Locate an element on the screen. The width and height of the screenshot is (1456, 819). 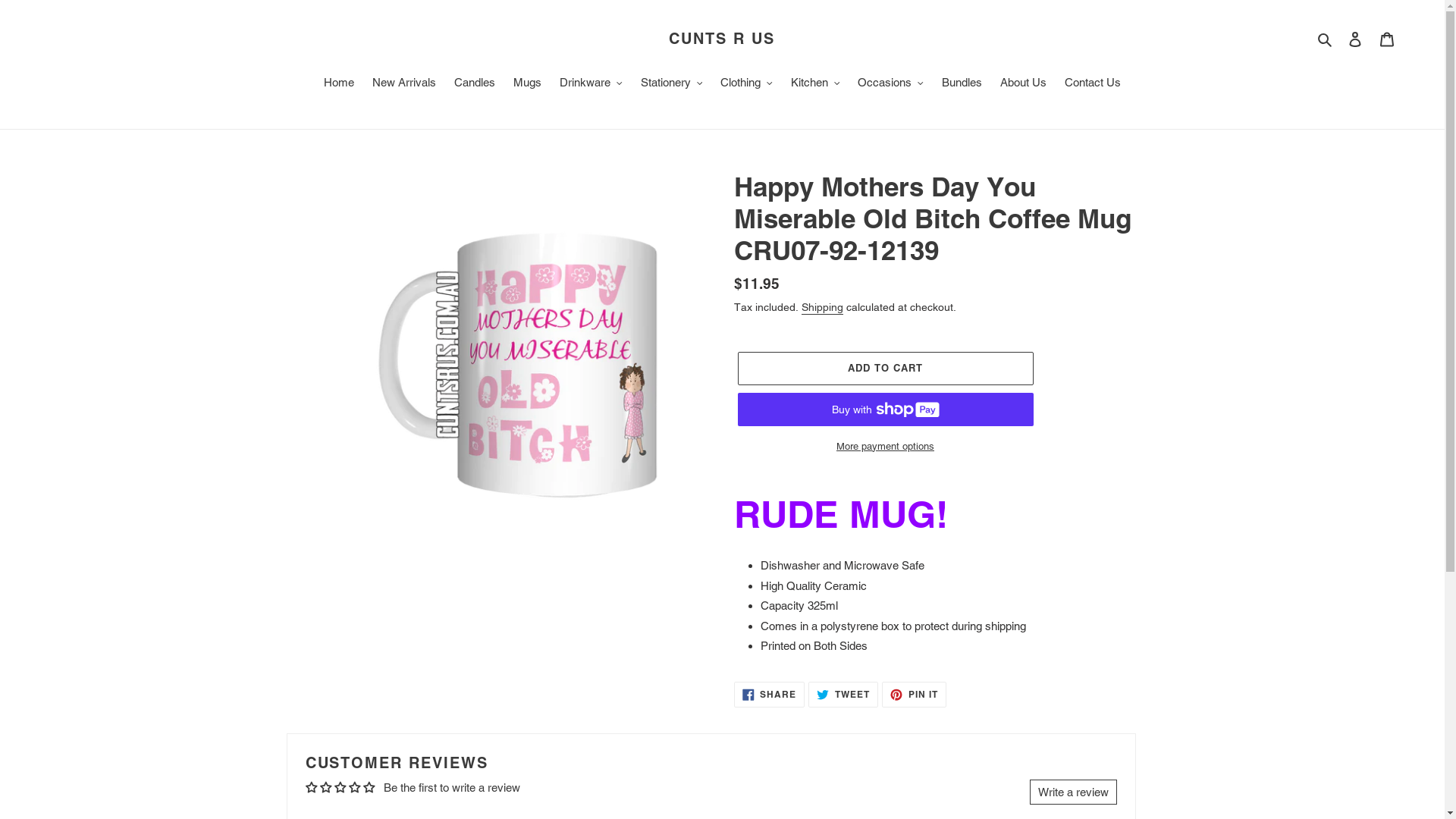
'Contact Us' is located at coordinates (1092, 84).